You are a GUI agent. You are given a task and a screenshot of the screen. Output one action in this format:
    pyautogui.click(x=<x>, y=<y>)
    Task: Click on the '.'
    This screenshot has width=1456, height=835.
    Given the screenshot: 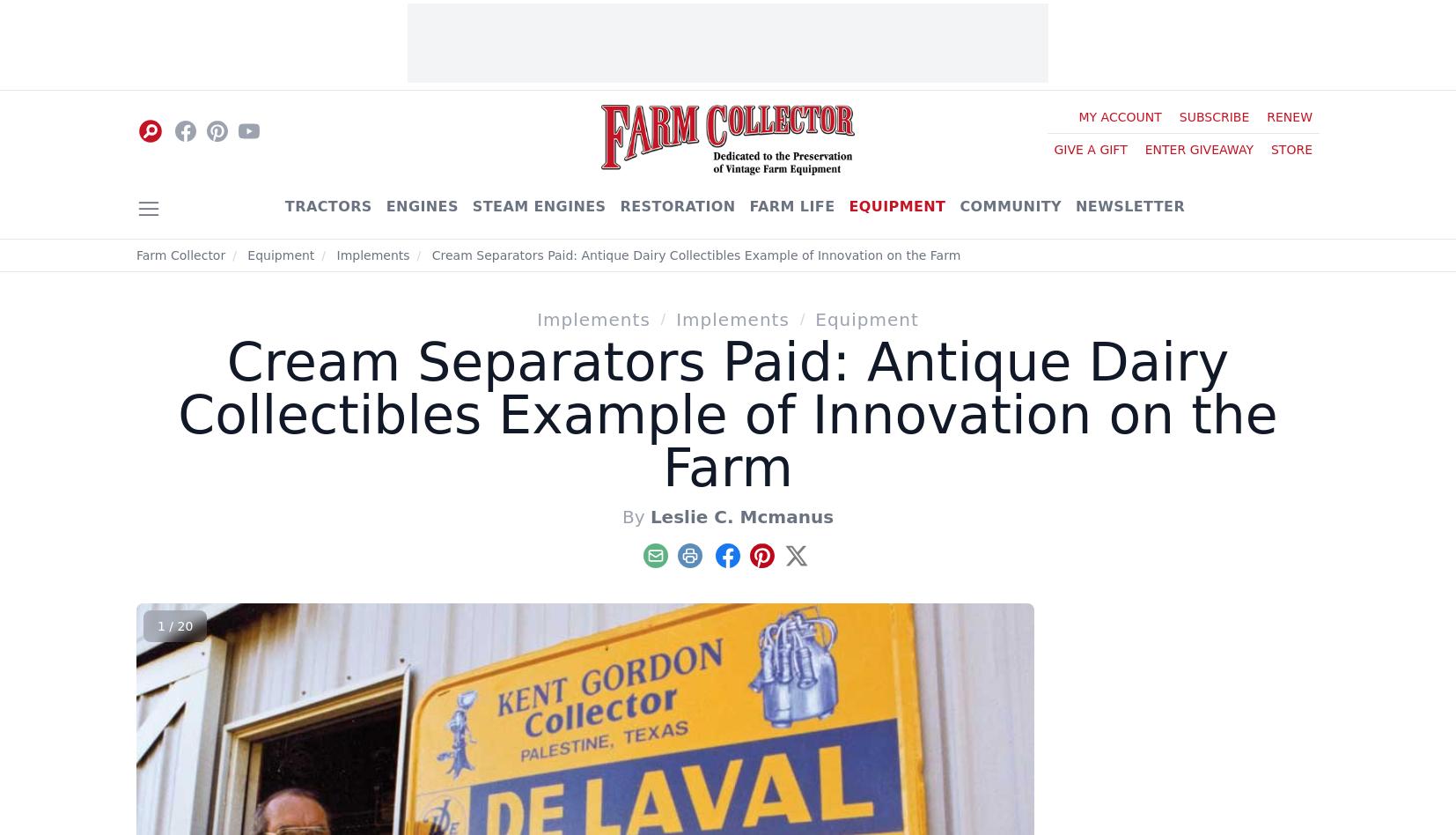 What is the action you would take?
    pyautogui.click(x=471, y=340)
    